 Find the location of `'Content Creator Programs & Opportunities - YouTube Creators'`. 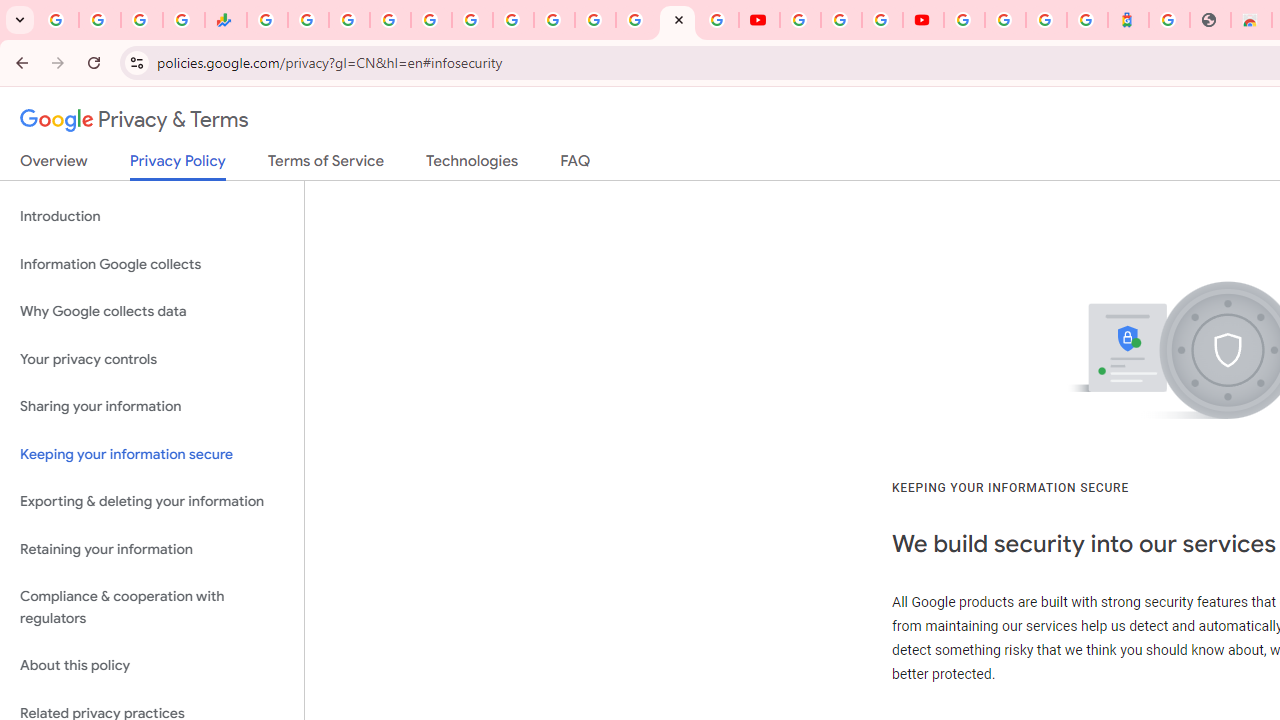

'Content Creator Programs & Opportunities - YouTube Creators' is located at coordinates (922, 20).